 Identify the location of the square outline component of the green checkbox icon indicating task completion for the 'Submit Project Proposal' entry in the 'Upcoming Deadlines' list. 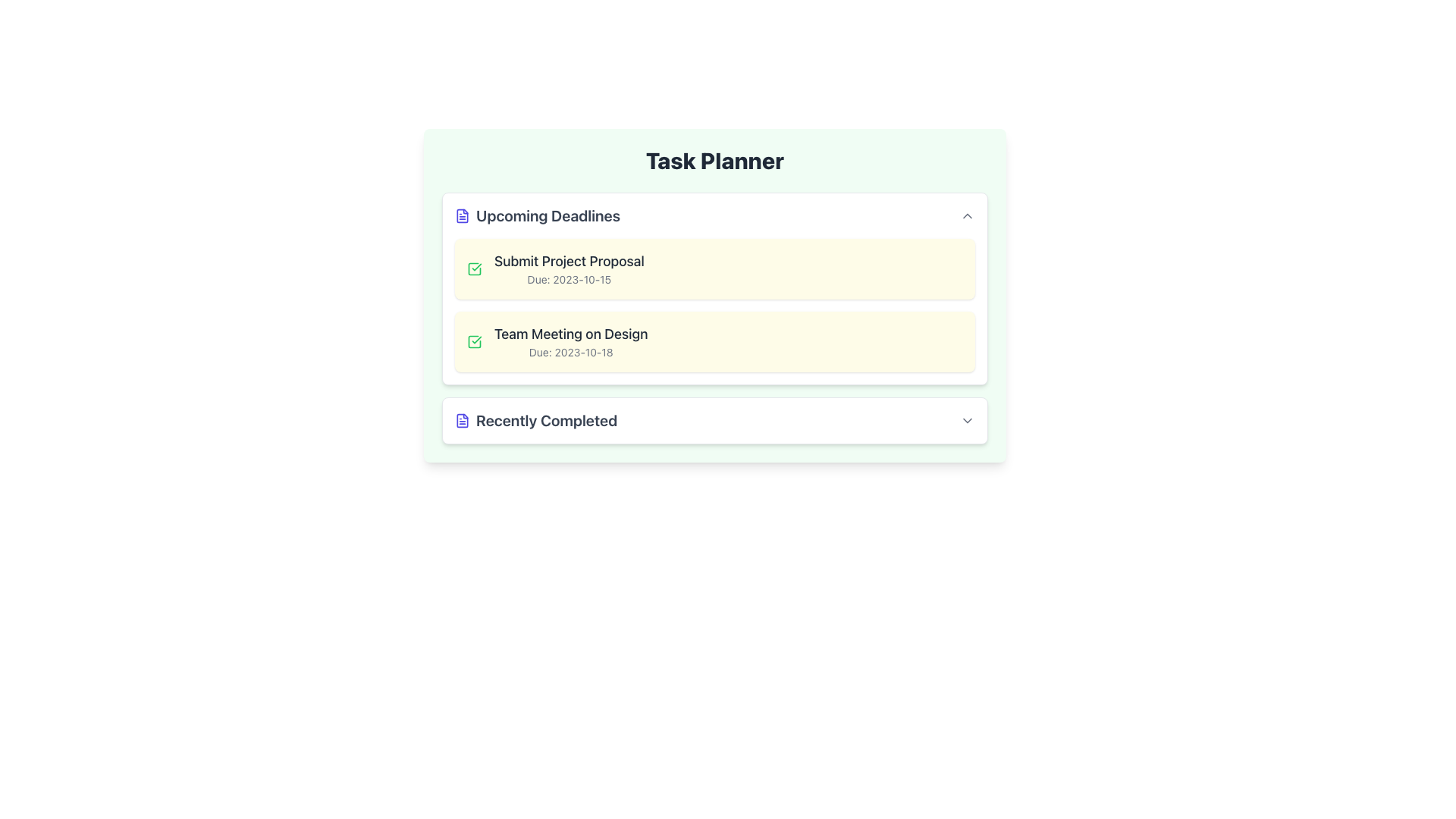
(473, 342).